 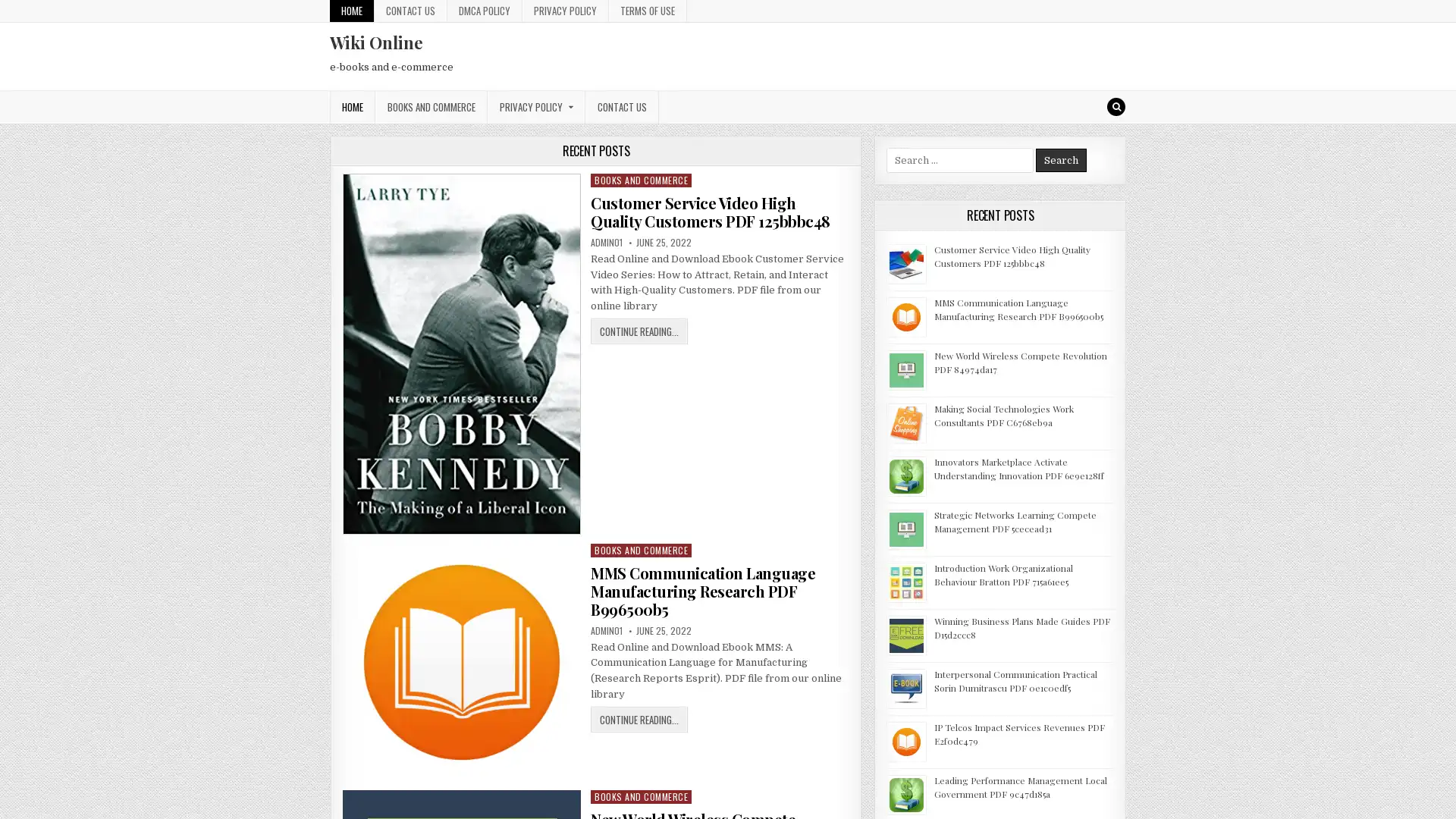 What do you see at coordinates (1060, 160) in the screenshot?
I see `Search` at bounding box center [1060, 160].